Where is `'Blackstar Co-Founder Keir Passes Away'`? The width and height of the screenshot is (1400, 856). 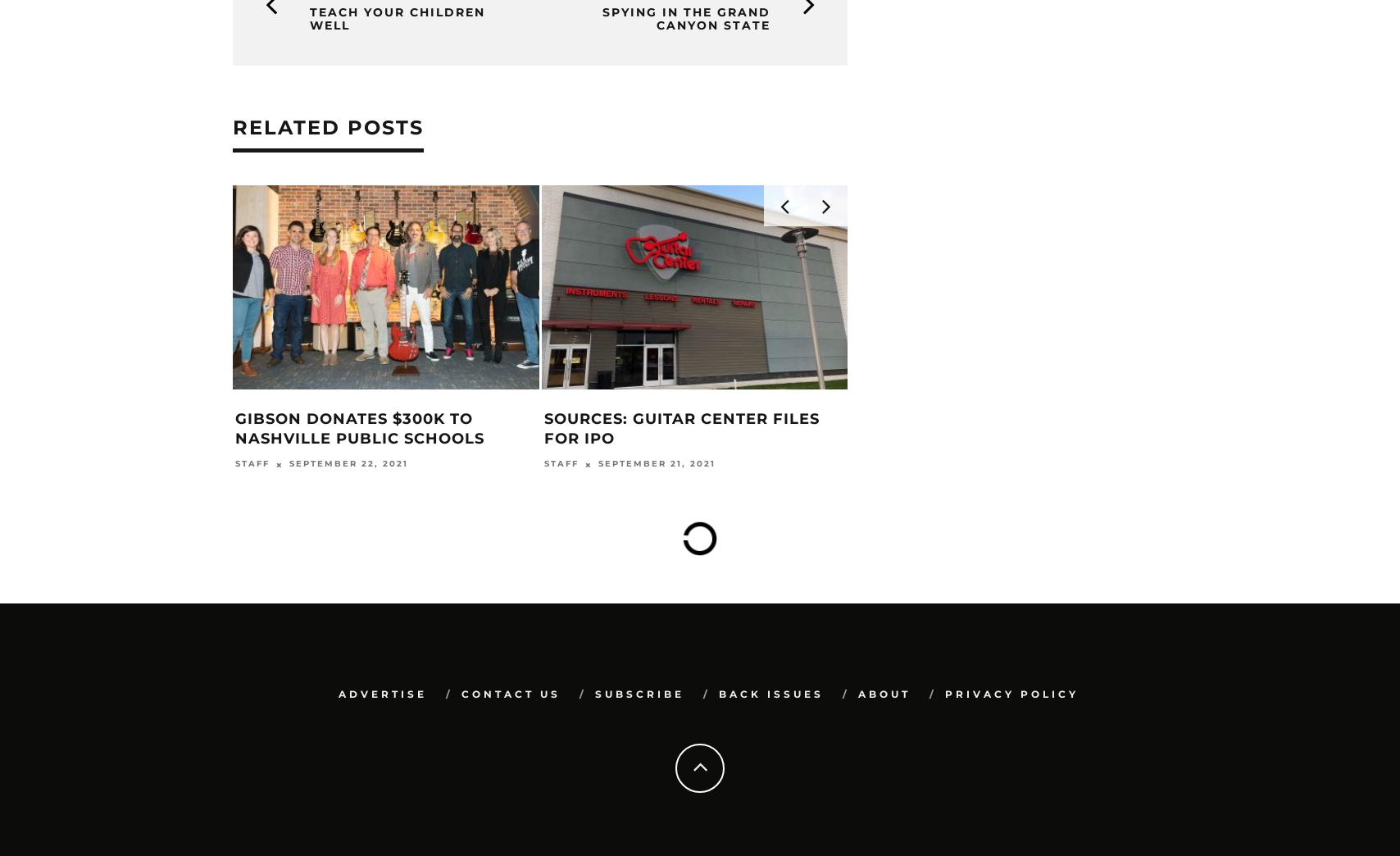
'Blackstar Co-Founder Keir Passes Away' is located at coordinates (984, 428).